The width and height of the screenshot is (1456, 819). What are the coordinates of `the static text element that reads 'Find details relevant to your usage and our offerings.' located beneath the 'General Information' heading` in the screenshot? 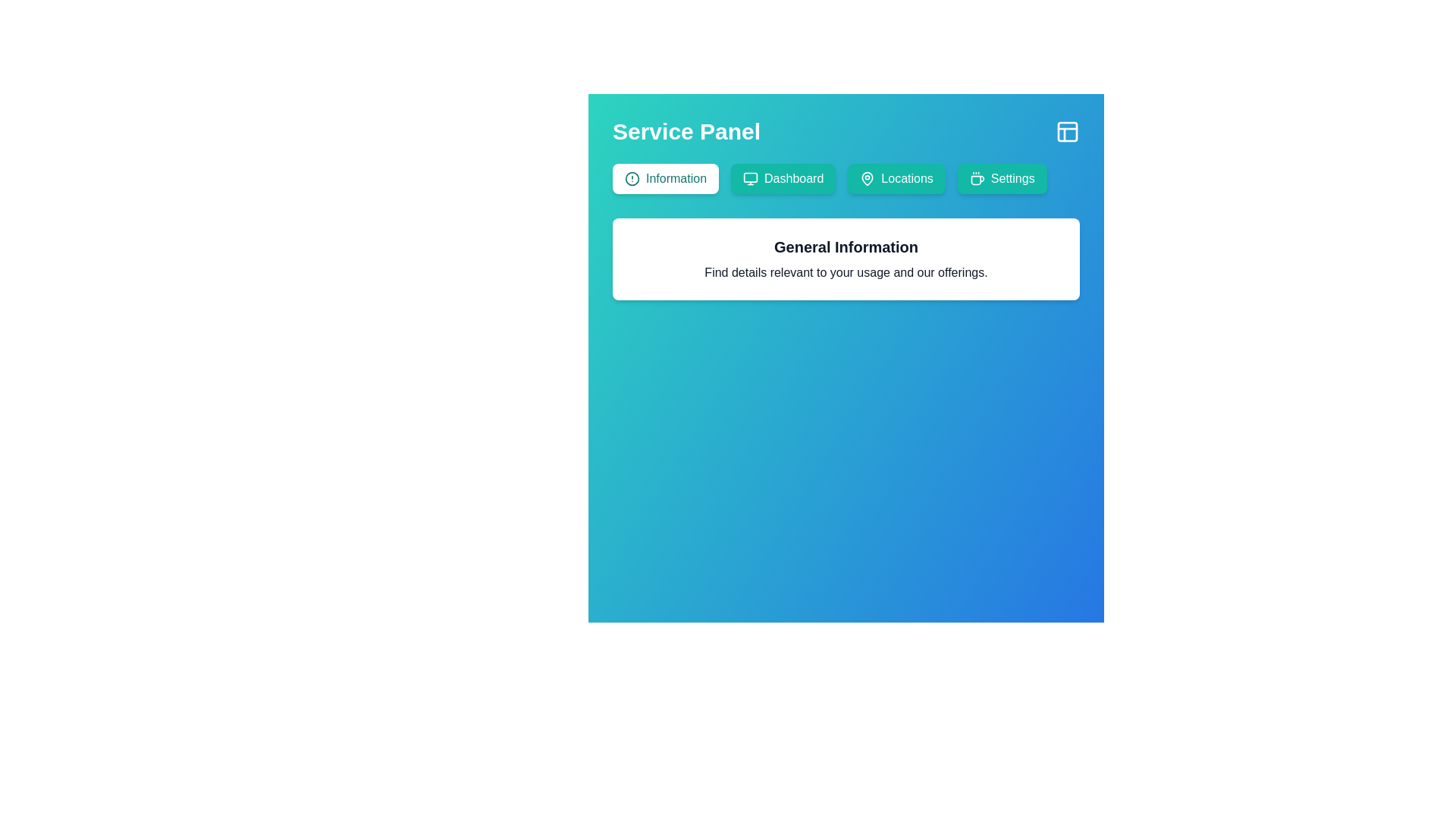 It's located at (846, 271).